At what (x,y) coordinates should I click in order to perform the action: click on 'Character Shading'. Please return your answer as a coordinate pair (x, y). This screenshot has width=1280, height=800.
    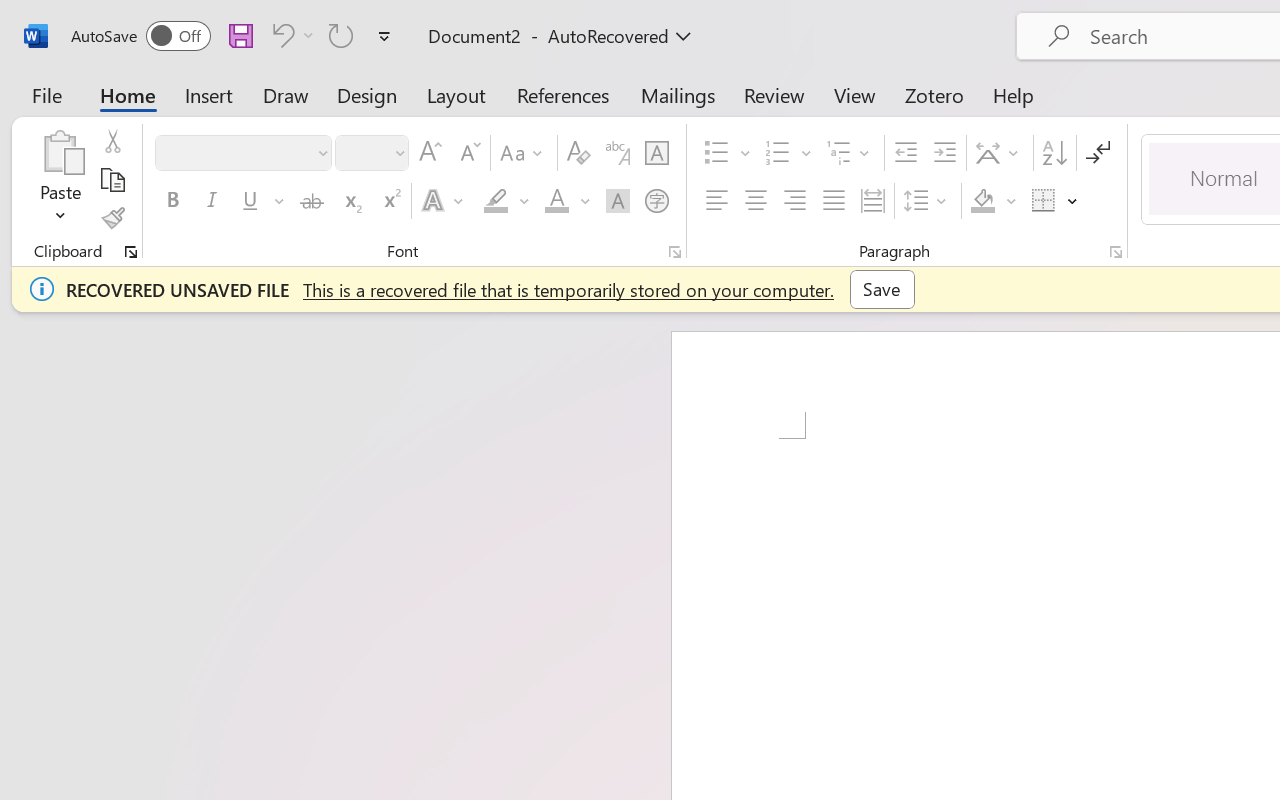
    Looking at the image, I should click on (617, 201).